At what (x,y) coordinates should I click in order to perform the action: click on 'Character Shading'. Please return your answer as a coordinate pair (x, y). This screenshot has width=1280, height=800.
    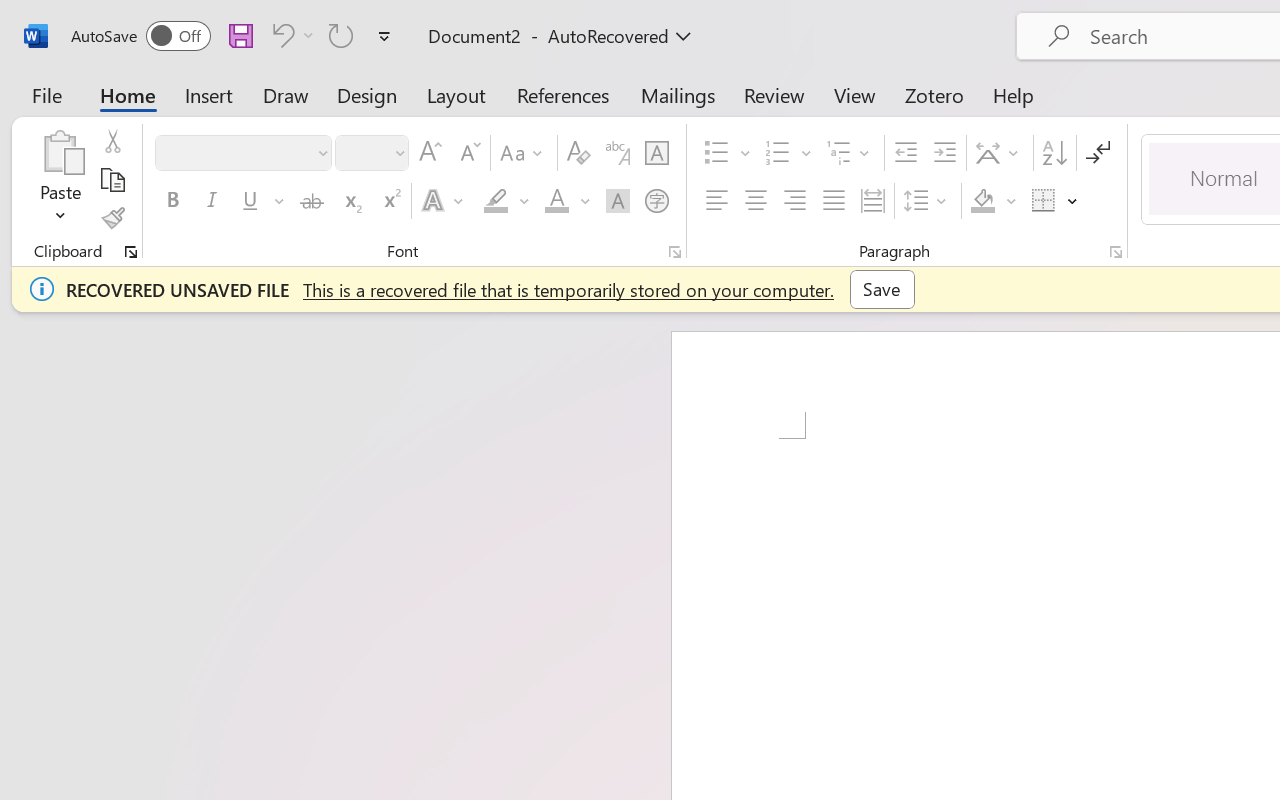
    Looking at the image, I should click on (617, 201).